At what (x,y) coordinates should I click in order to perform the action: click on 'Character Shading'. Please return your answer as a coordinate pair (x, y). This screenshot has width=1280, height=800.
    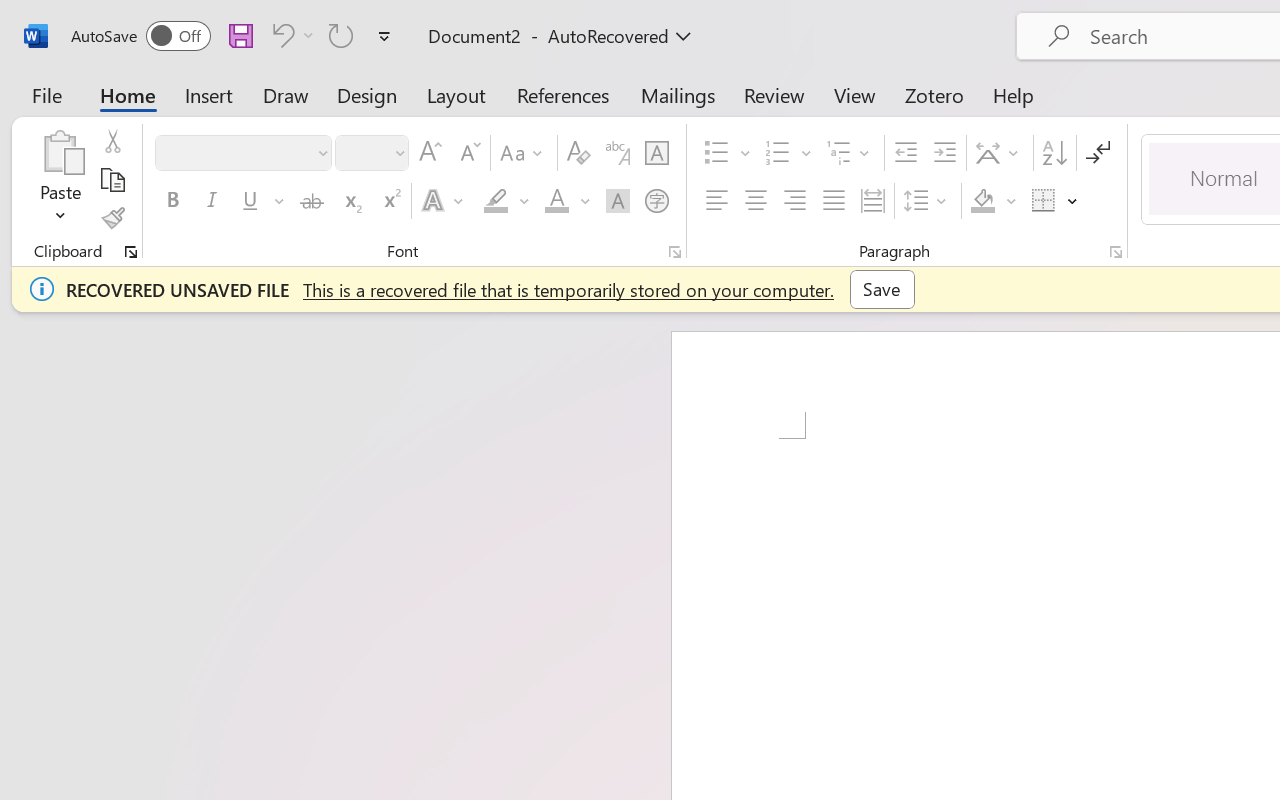
    Looking at the image, I should click on (617, 201).